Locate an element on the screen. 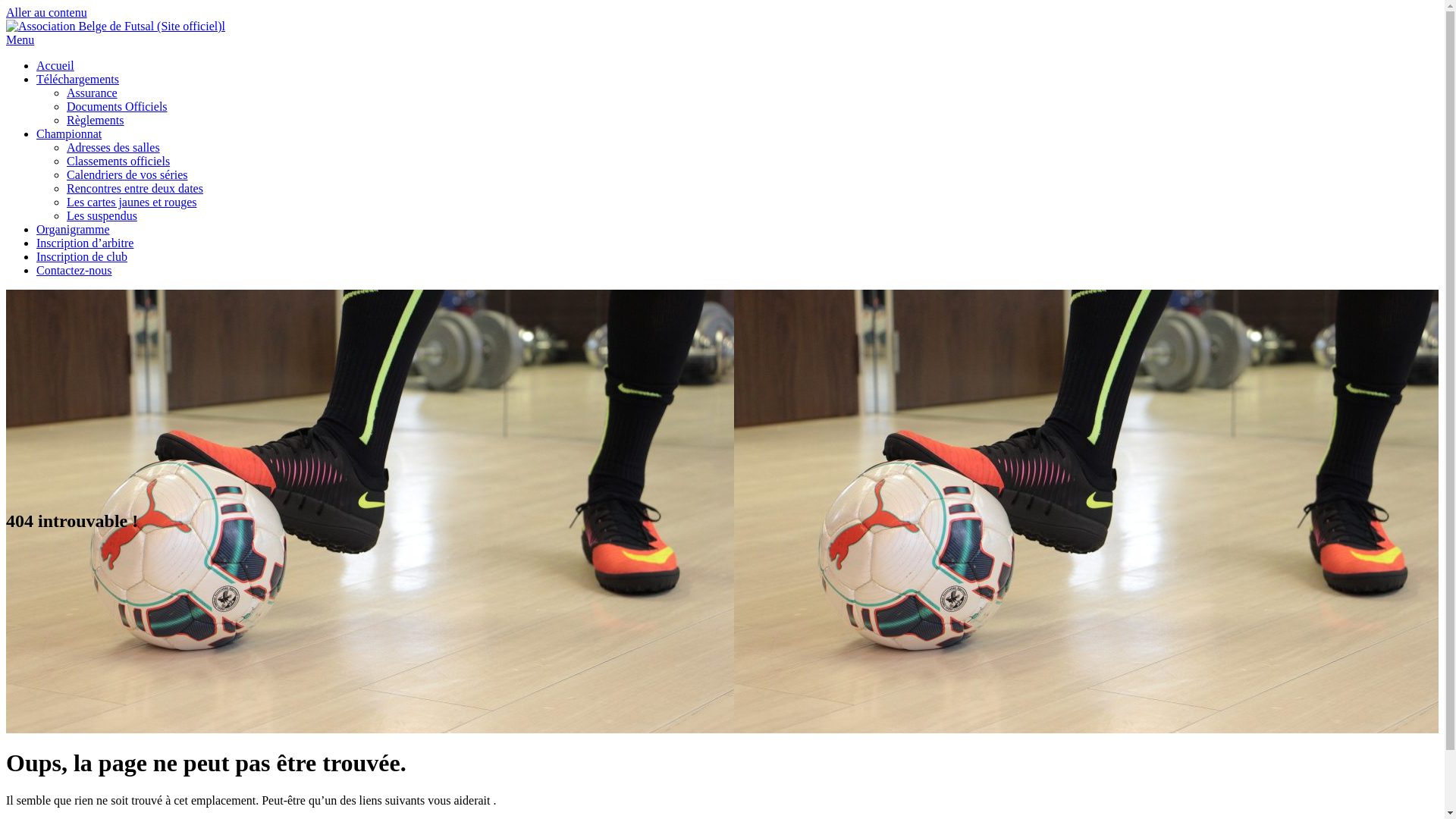 The height and width of the screenshot is (819, 1456). 'Menu' is located at coordinates (20, 39).